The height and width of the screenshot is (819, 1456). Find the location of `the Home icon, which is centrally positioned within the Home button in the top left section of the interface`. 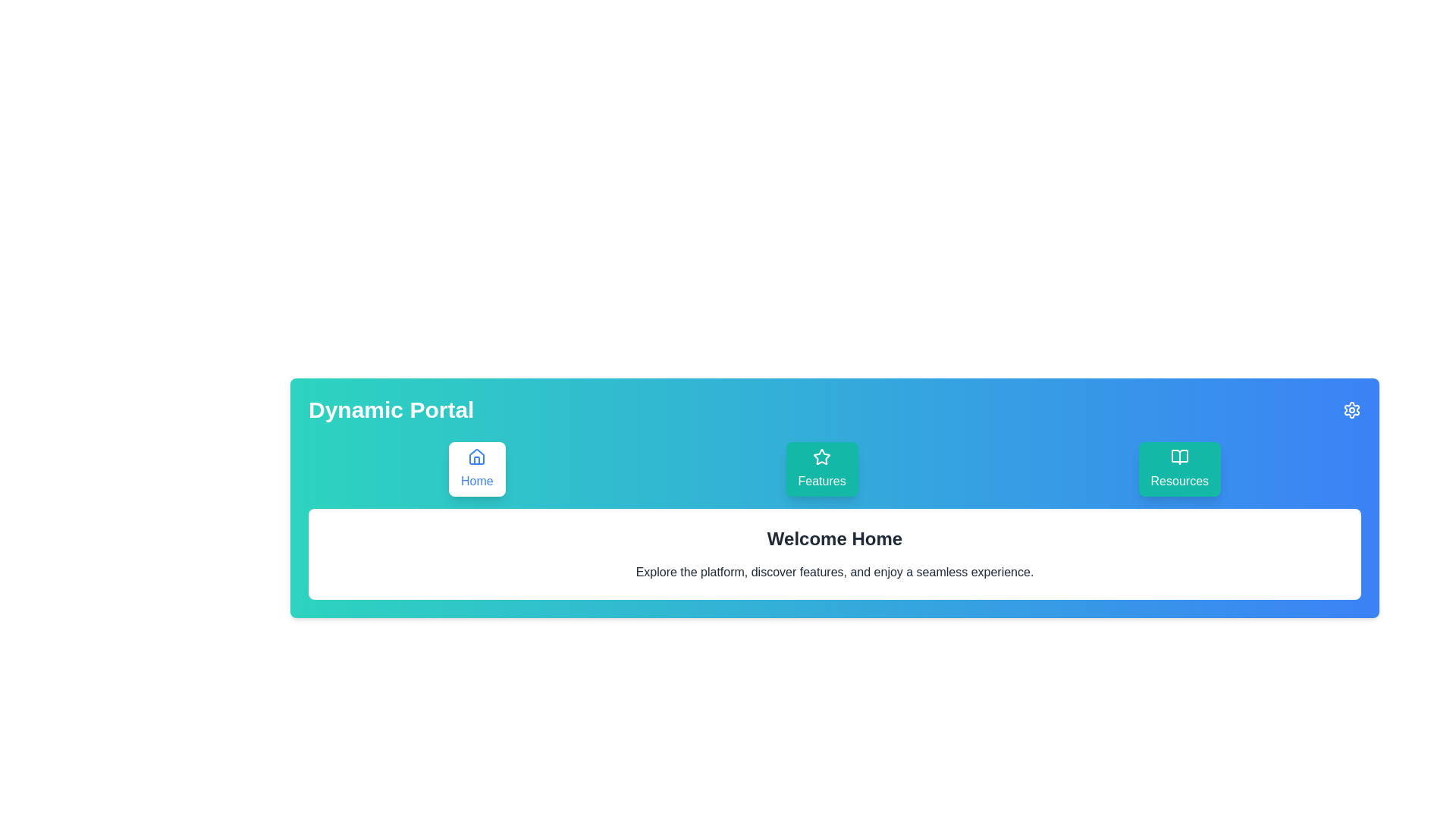

the Home icon, which is centrally positioned within the Home button in the top left section of the interface is located at coordinates (476, 456).